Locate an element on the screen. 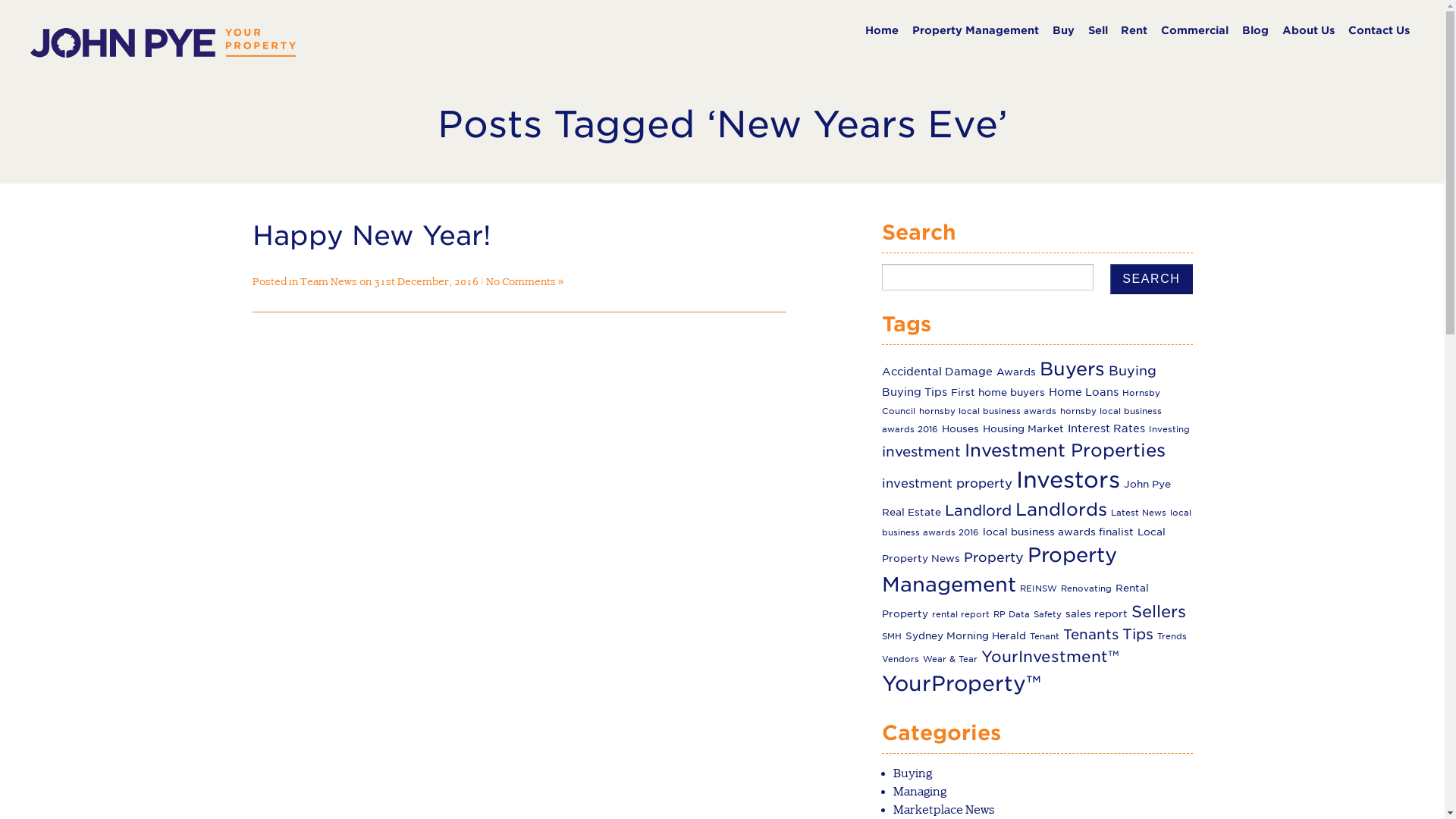  'Team News' is located at coordinates (328, 281).